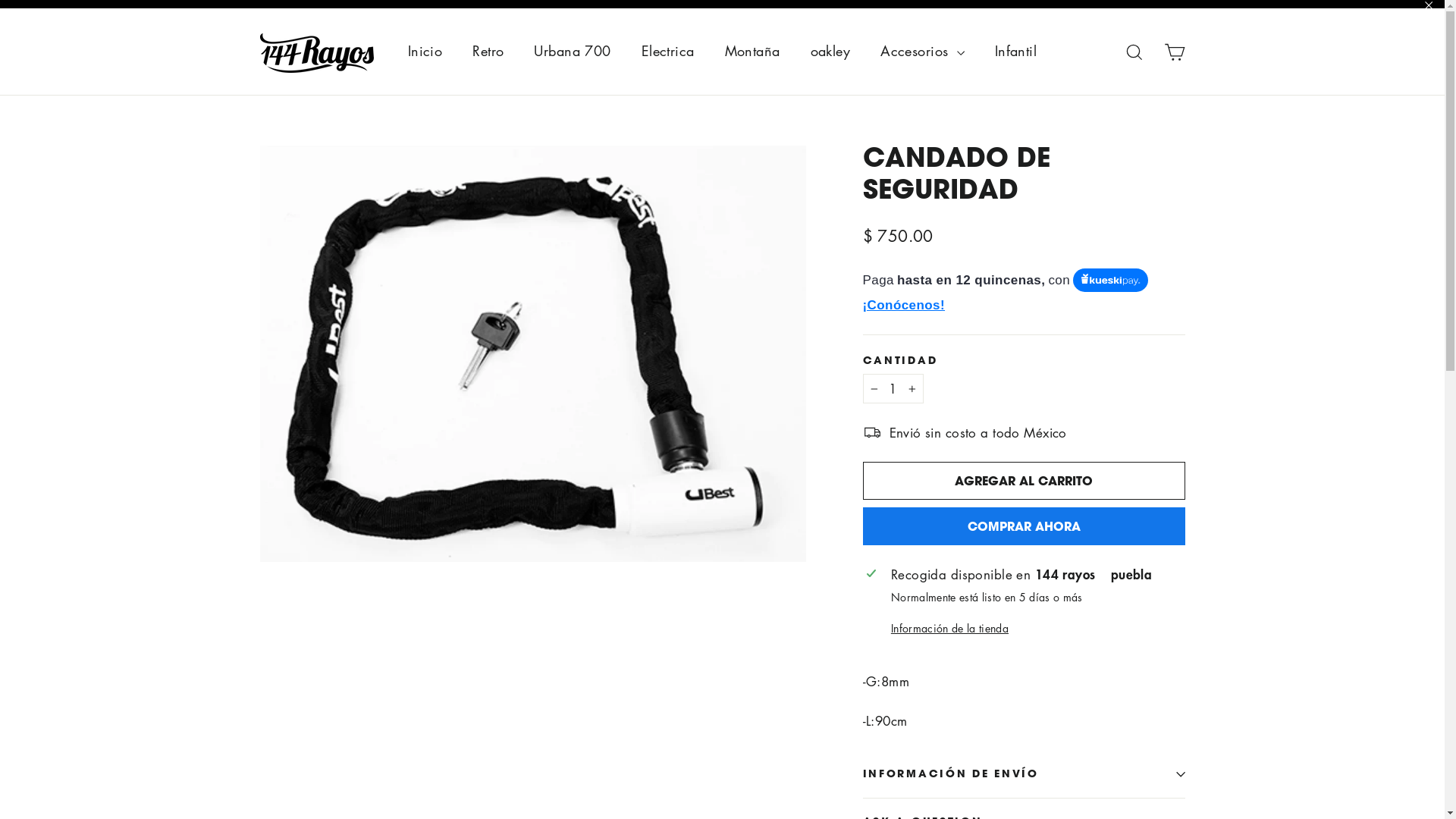 The width and height of the screenshot is (1456, 819). What do you see at coordinates (1134, 51) in the screenshot?
I see `'icon-search` at bounding box center [1134, 51].